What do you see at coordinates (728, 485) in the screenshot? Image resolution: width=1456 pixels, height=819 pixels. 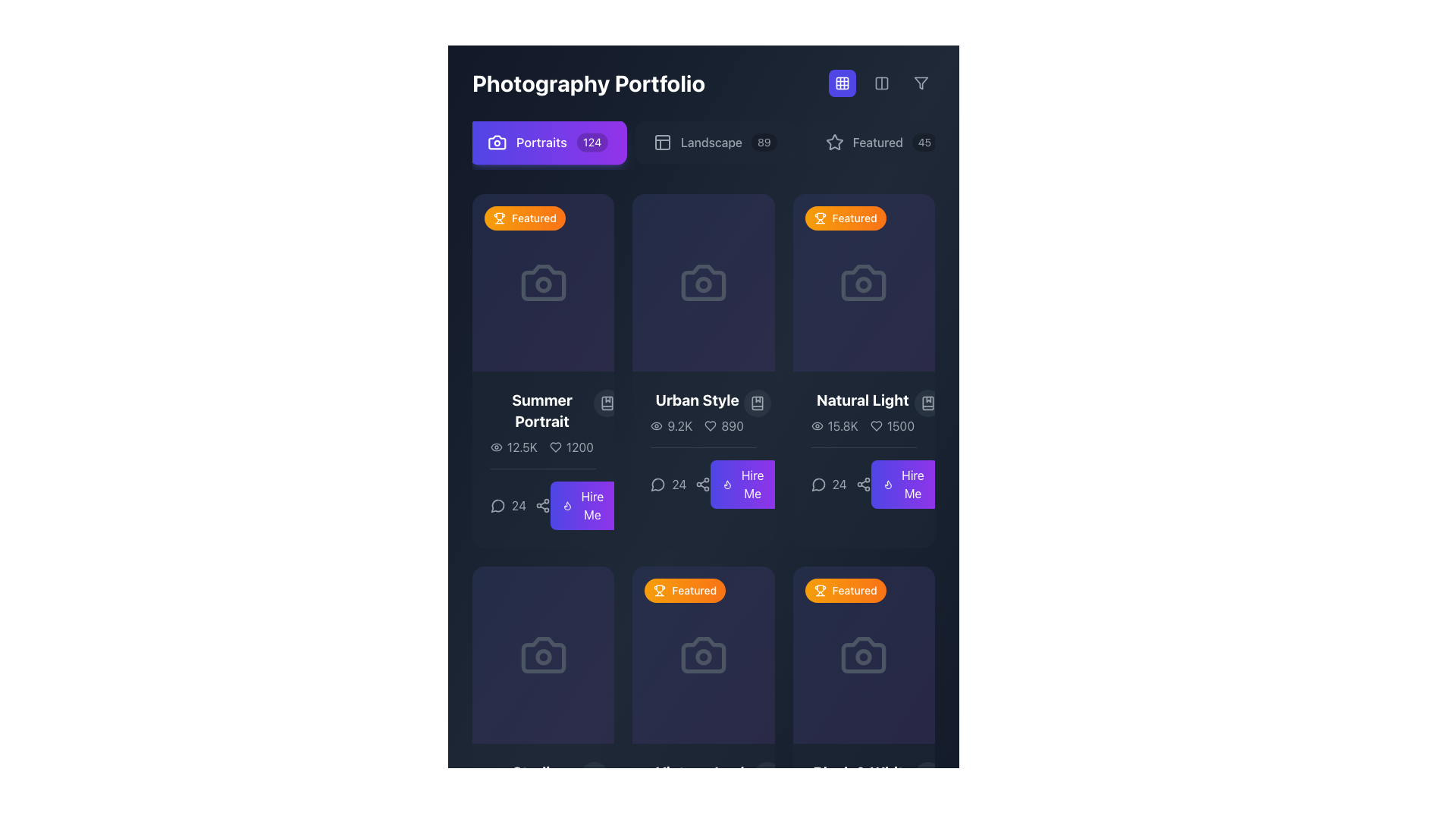 I see `the 'Hire Me' button that contains the flame SVG icon, which is positioned to the immediate left of the text 'Hire Me'` at bounding box center [728, 485].